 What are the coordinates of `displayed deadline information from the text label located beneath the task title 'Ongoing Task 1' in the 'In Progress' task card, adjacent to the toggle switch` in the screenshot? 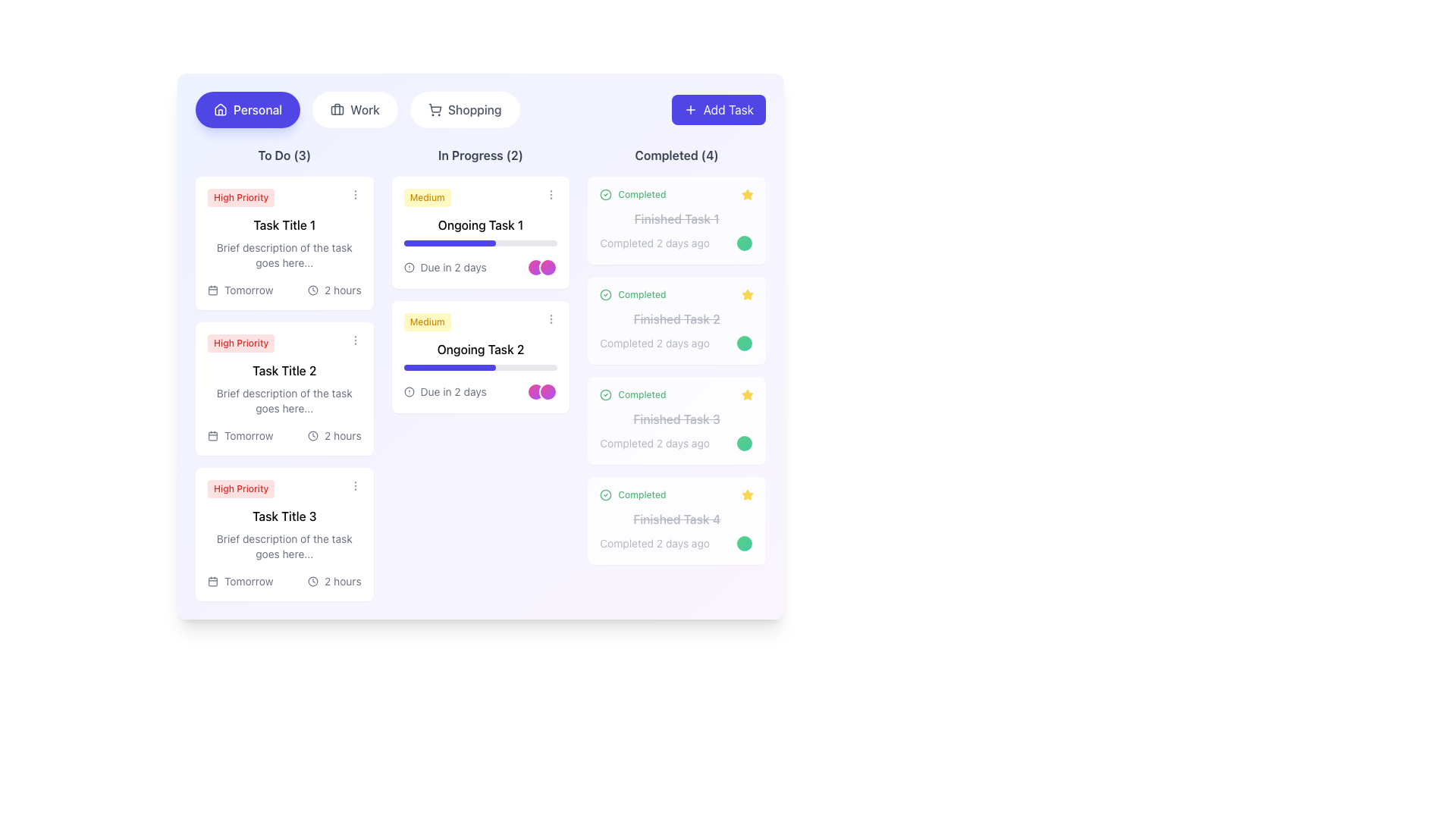 It's located at (444, 267).